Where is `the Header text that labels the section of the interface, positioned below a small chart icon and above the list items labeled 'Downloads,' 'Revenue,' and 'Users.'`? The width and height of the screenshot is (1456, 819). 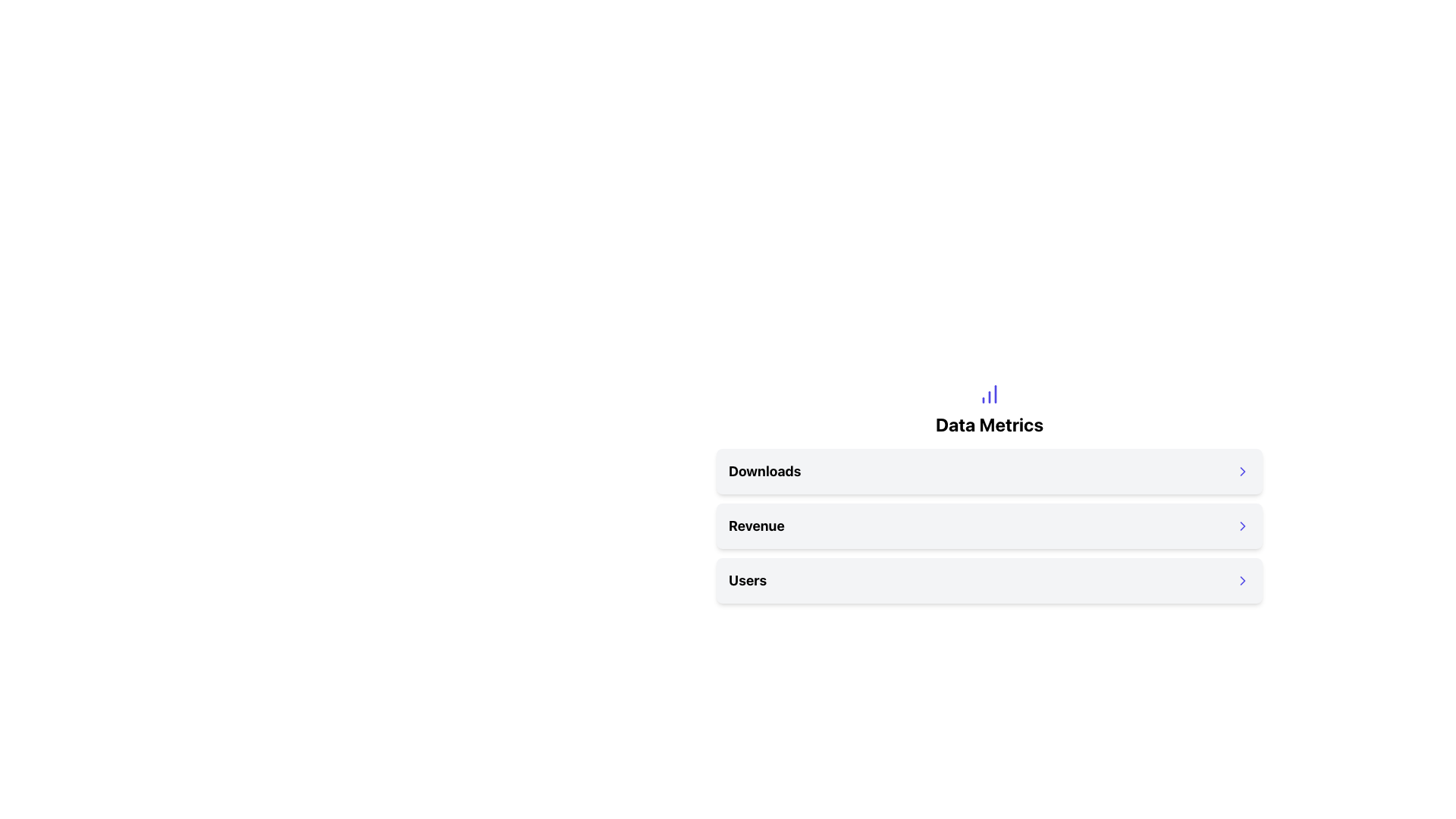
the Header text that labels the section of the interface, positioned below a small chart icon and above the list items labeled 'Downloads,' 'Revenue,' and 'Users.' is located at coordinates (990, 424).